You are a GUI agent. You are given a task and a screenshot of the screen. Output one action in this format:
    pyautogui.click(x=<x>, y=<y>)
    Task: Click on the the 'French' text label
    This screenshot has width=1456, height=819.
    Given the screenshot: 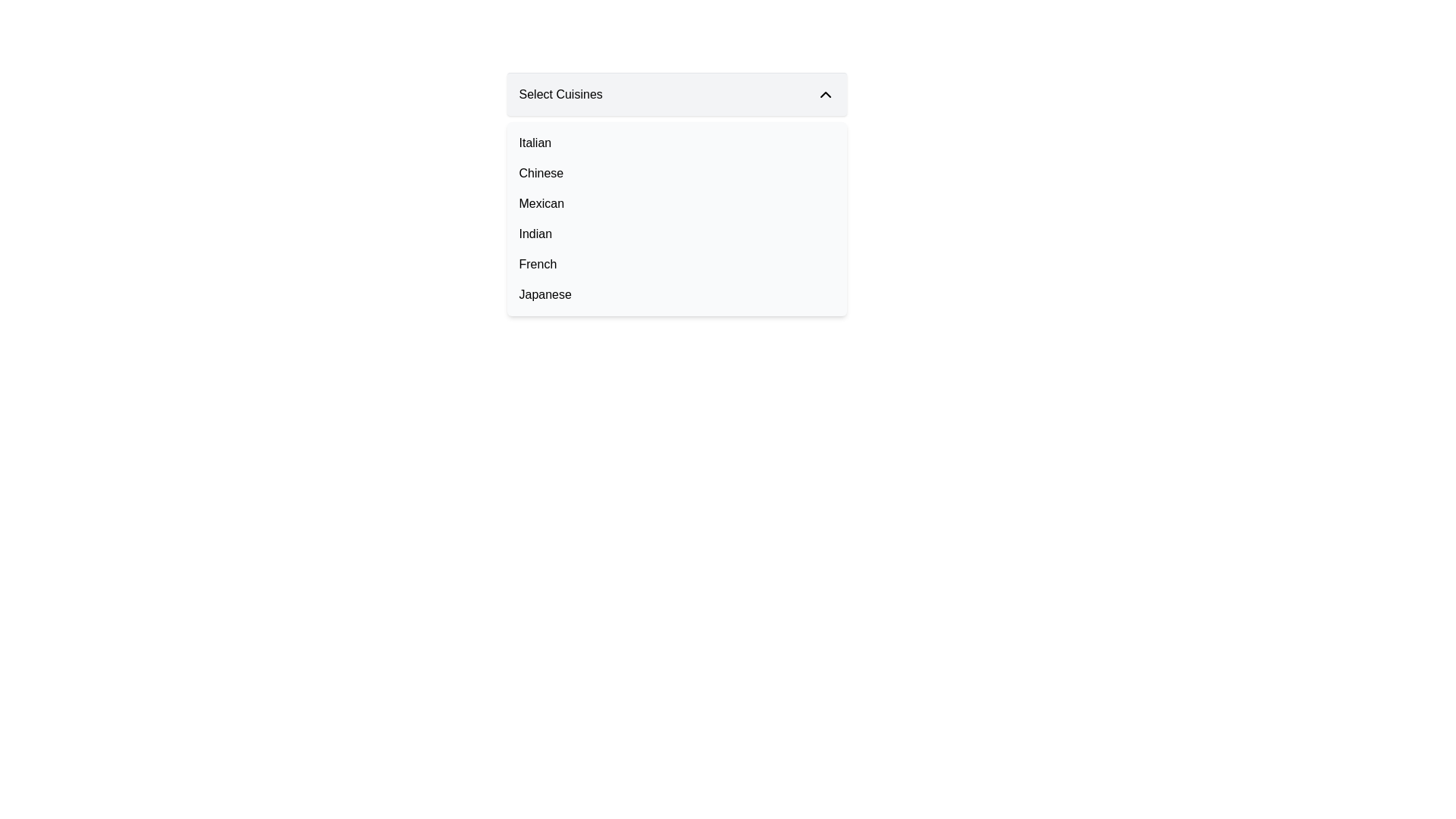 What is the action you would take?
    pyautogui.click(x=538, y=263)
    